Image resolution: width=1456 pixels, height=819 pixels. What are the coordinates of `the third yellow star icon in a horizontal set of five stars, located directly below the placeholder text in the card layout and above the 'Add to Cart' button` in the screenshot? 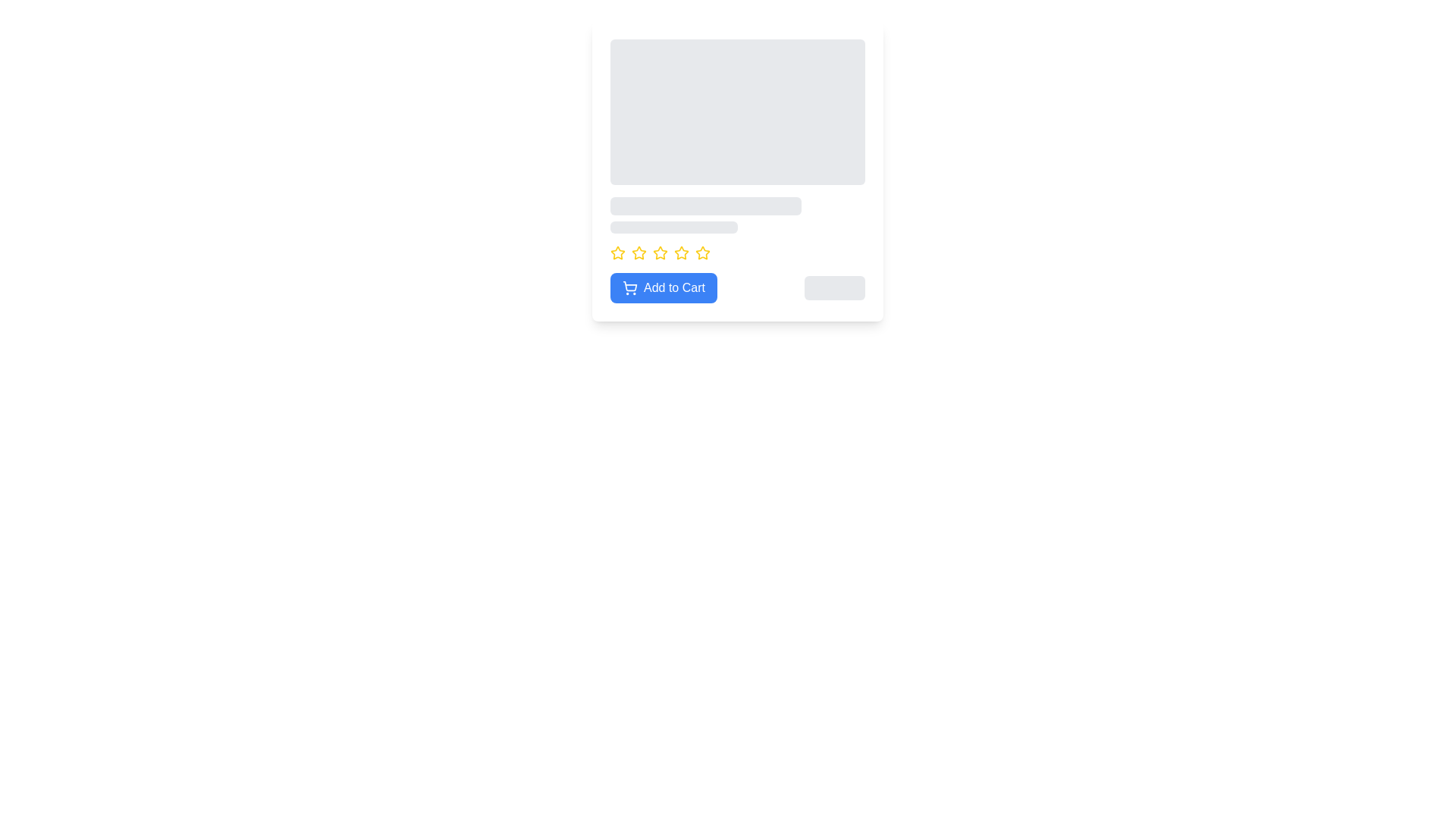 It's located at (660, 253).